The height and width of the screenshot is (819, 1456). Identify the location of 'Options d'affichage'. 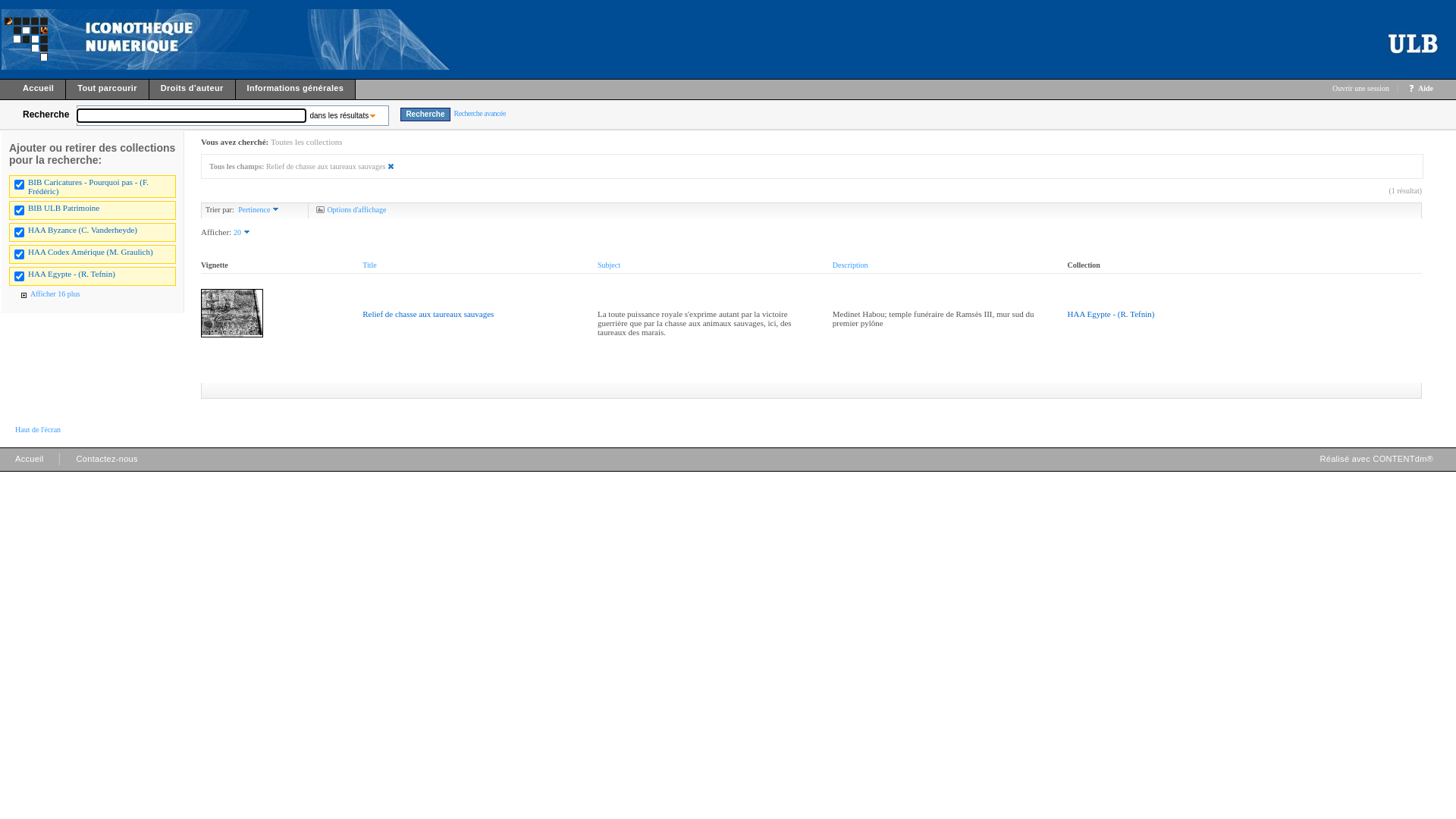
(349, 209).